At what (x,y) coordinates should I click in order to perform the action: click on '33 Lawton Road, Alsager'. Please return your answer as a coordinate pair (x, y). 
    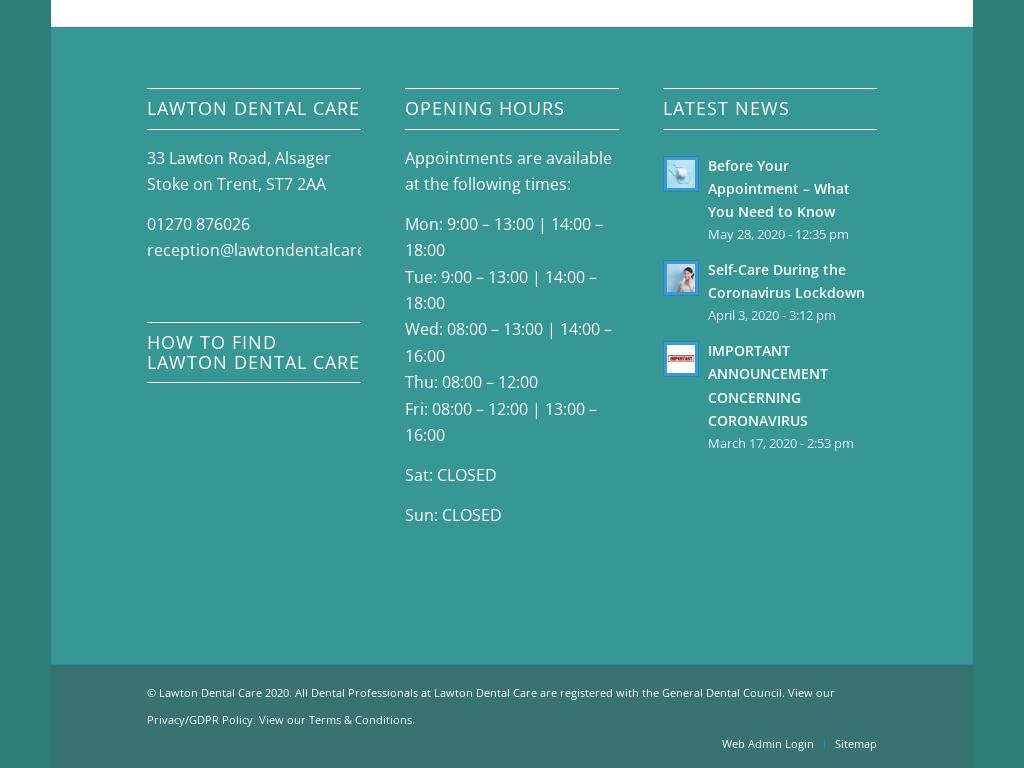
    Looking at the image, I should click on (146, 155).